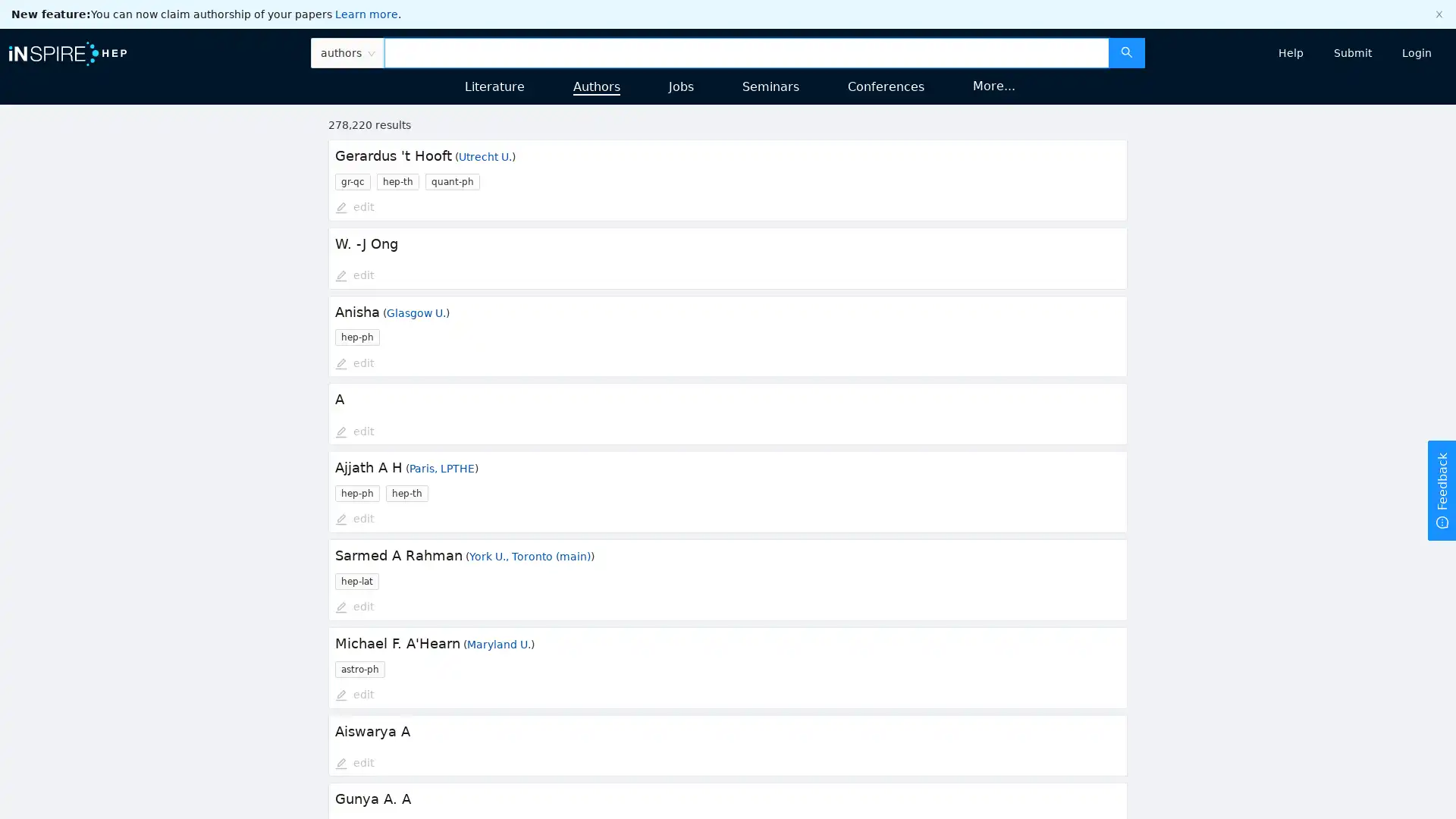  Describe the element at coordinates (353, 519) in the screenshot. I see `edit edit` at that location.